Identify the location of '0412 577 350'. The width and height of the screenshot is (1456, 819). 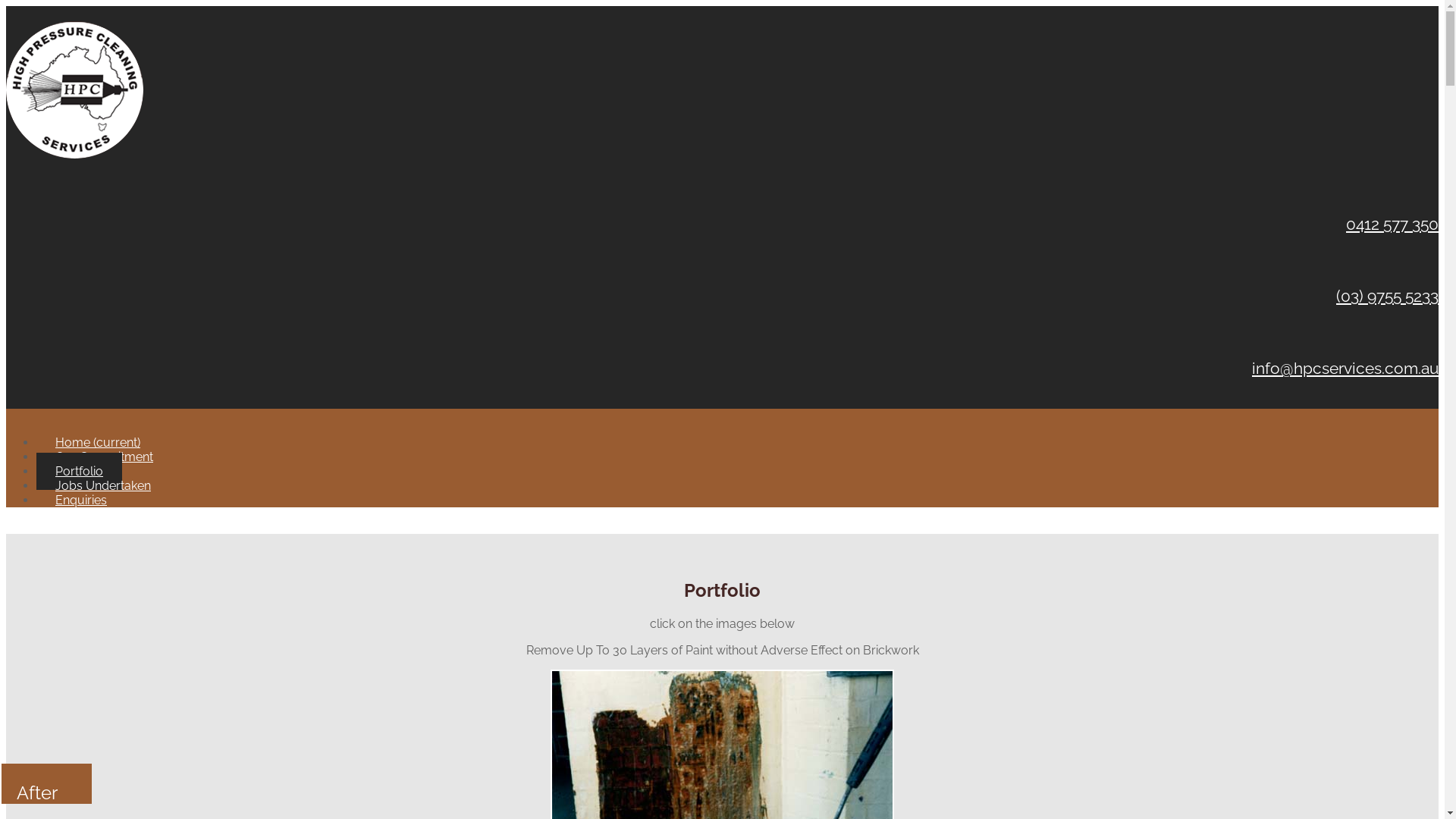
(1346, 224).